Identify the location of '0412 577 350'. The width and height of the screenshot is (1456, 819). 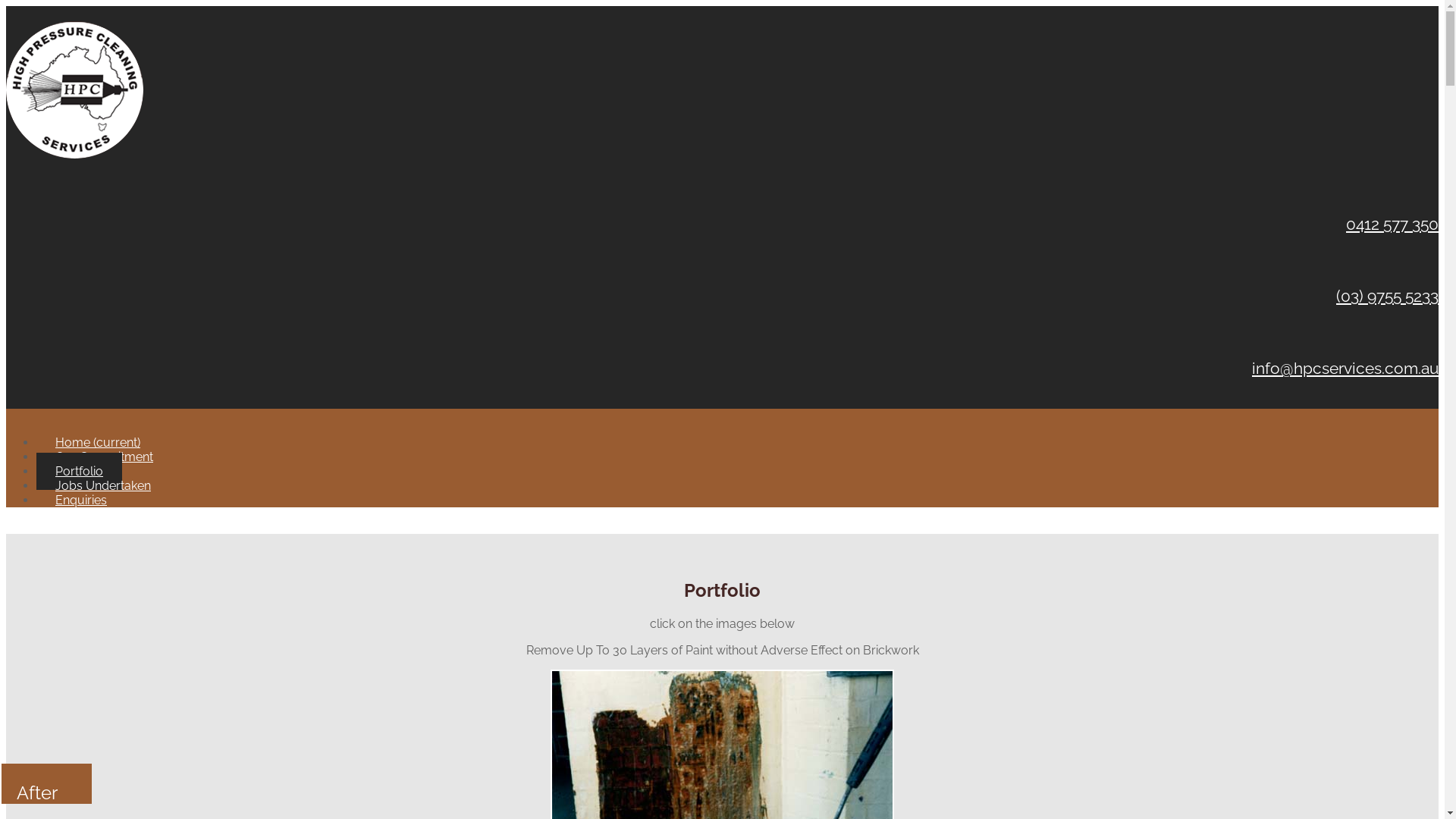
(1346, 224).